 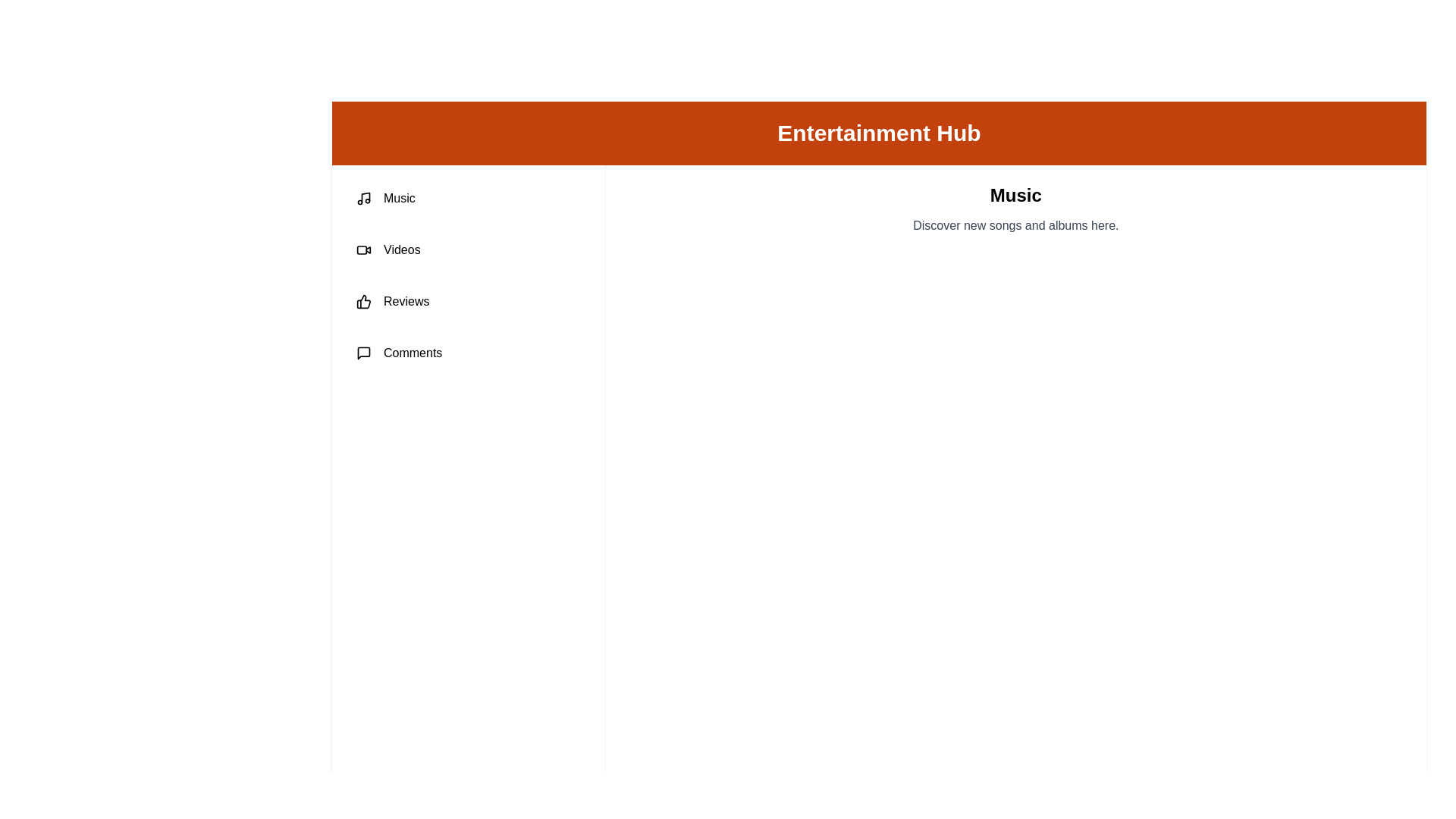 What do you see at coordinates (468, 198) in the screenshot?
I see `the tab labeled Music to view its content` at bounding box center [468, 198].